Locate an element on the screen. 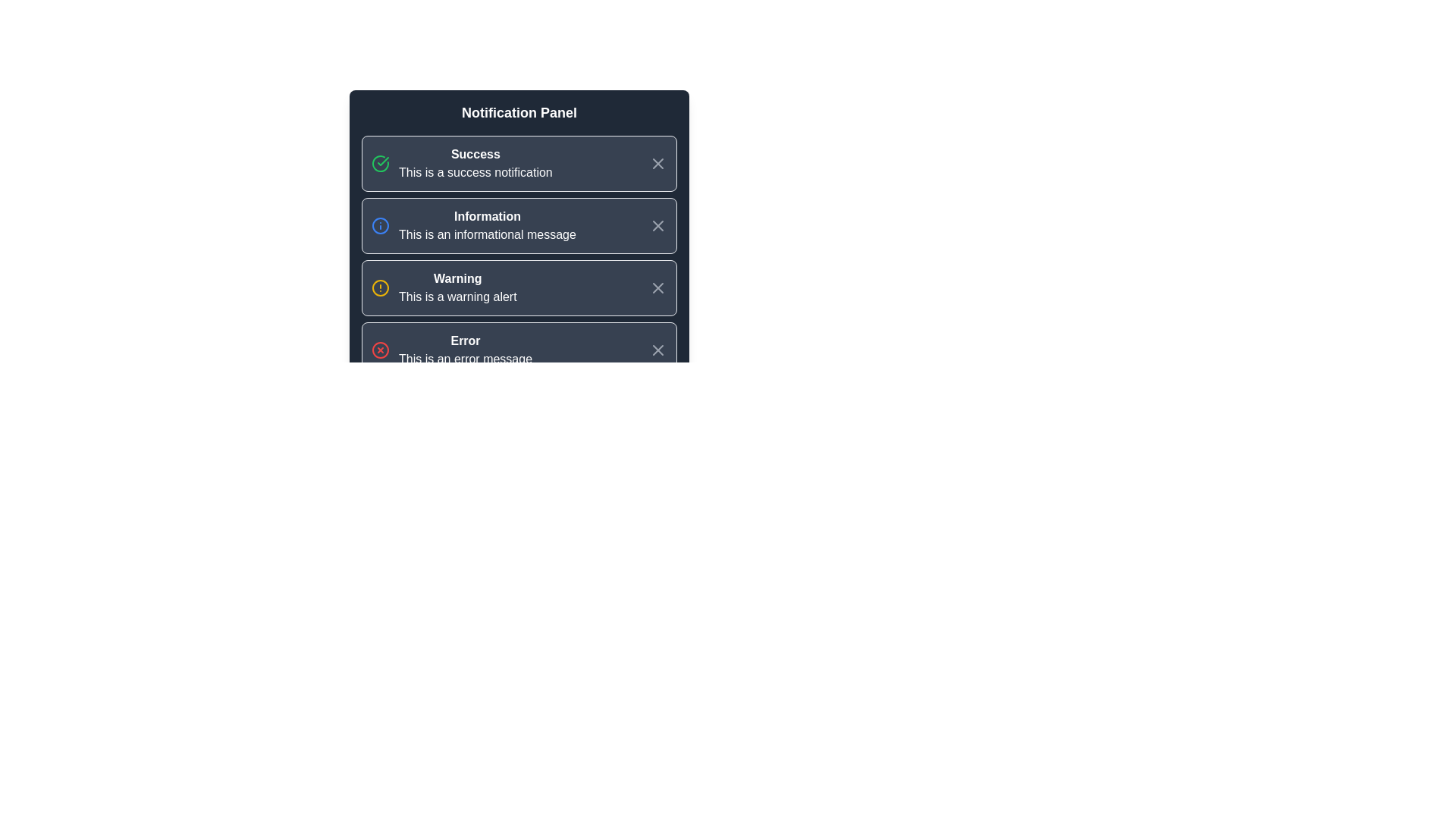  the text label that serves as the title or header of the notification panel, positioned at the top center of the panel is located at coordinates (519, 112).